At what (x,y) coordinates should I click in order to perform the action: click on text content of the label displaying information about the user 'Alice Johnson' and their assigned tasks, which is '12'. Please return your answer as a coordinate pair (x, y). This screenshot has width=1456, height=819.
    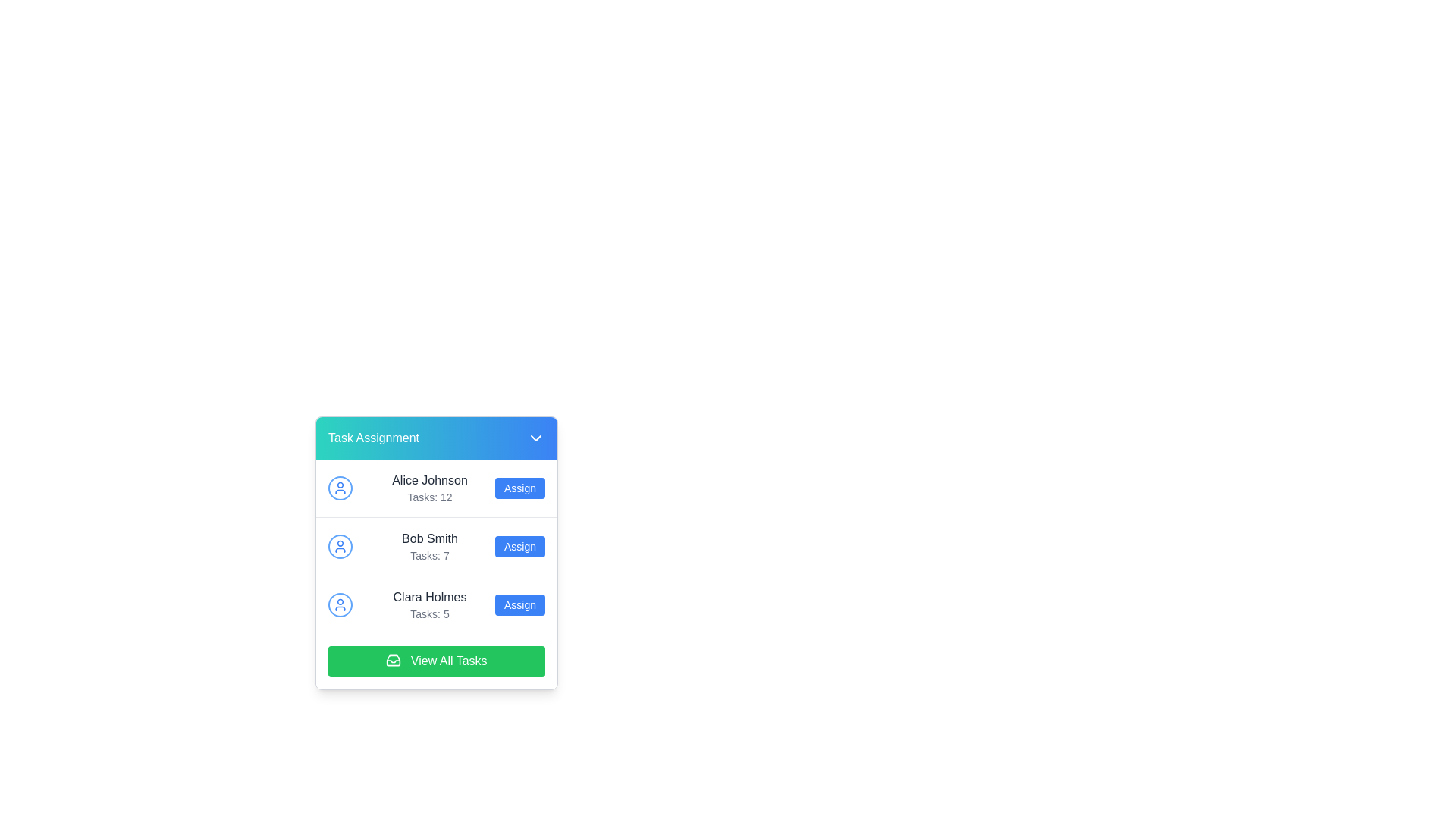
    Looking at the image, I should click on (428, 488).